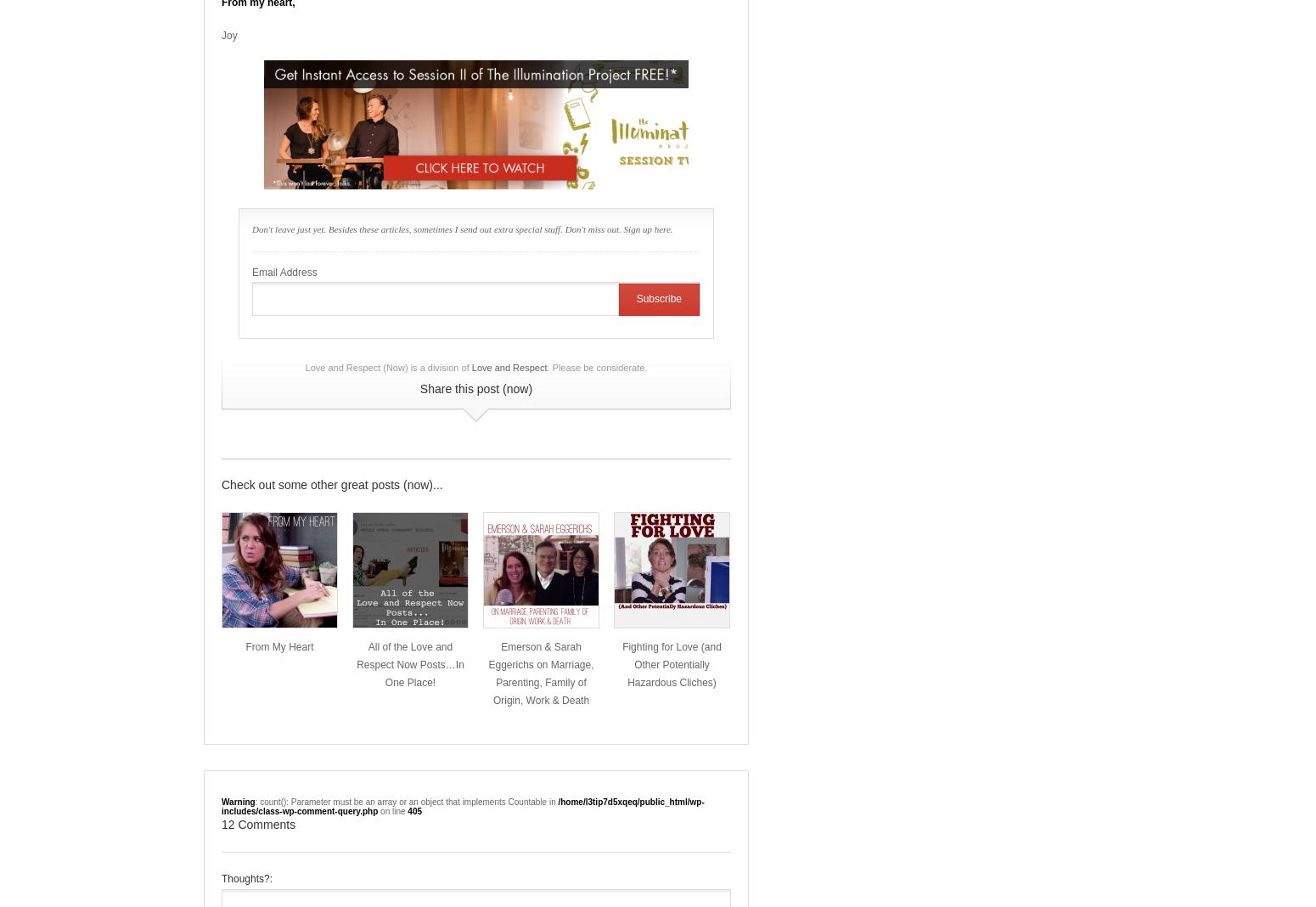 The height and width of the screenshot is (907, 1316). What do you see at coordinates (251, 270) in the screenshot?
I see `'Email Address'` at bounding box center [251, 270].